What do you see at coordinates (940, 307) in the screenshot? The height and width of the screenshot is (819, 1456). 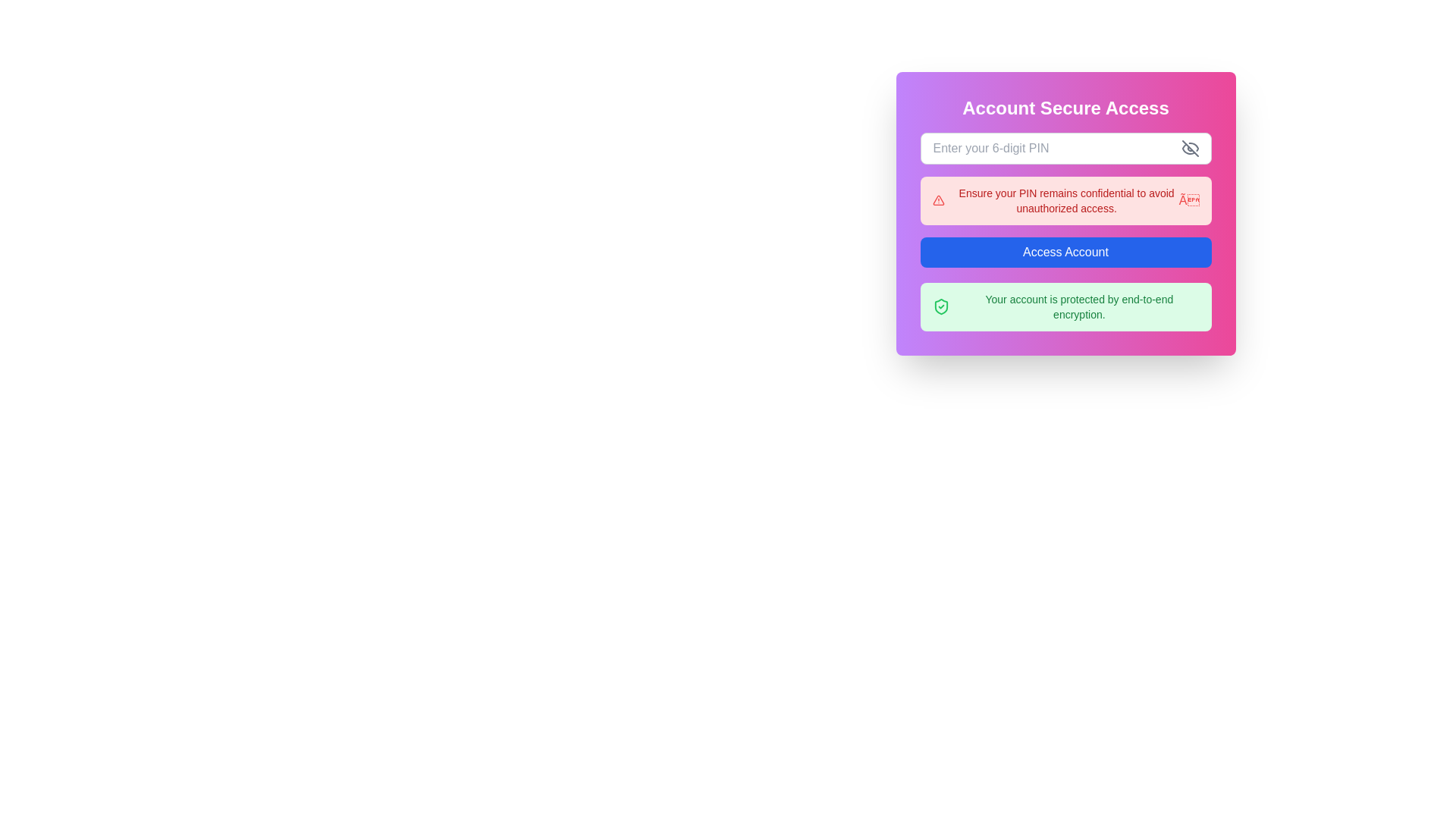 I see `the security icon located within the greenish light notification box, which is to the left of the text 'Your account is protected by end-to-end encryption.'` at bounding box center [940, 307].